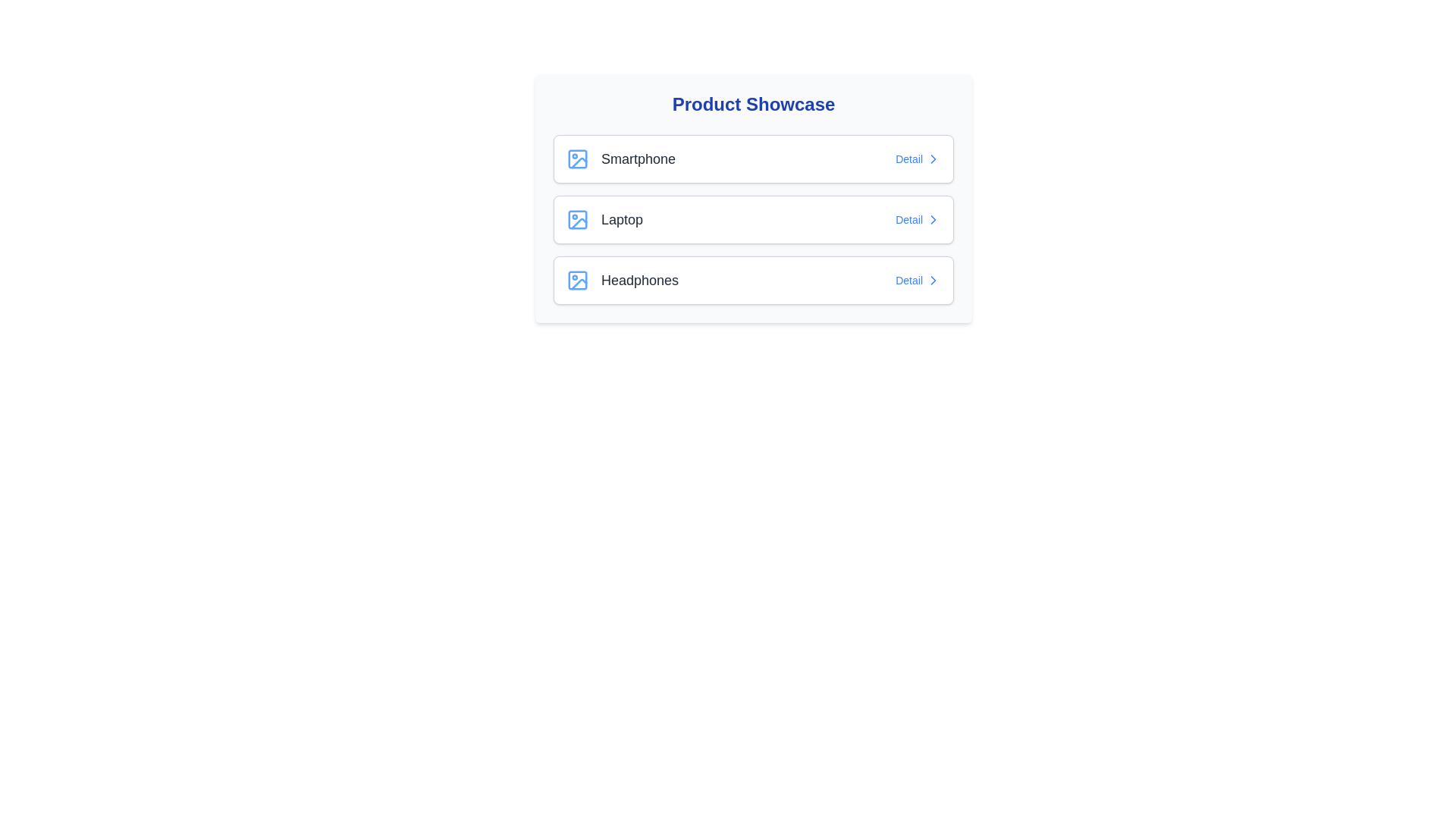 This screenshot has width=1456, height=819. What do you see at coordinates (622, 281) in the screenshot?
I see `the text description of the product Headphones for copying` at bounding box center [622, 281].